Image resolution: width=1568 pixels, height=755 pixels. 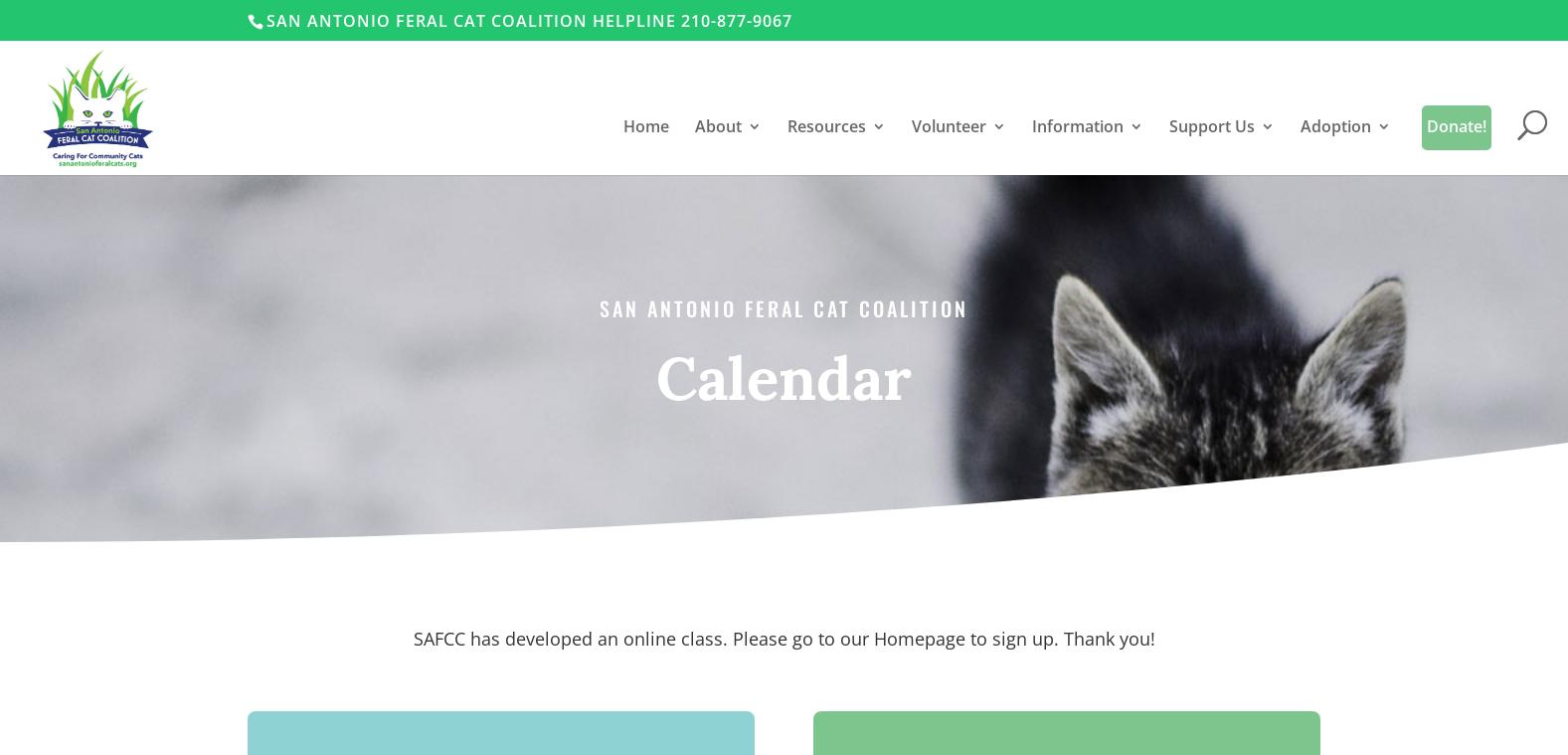 I want to click on 'Newsletter Archive', so click(x=1135, y=394).